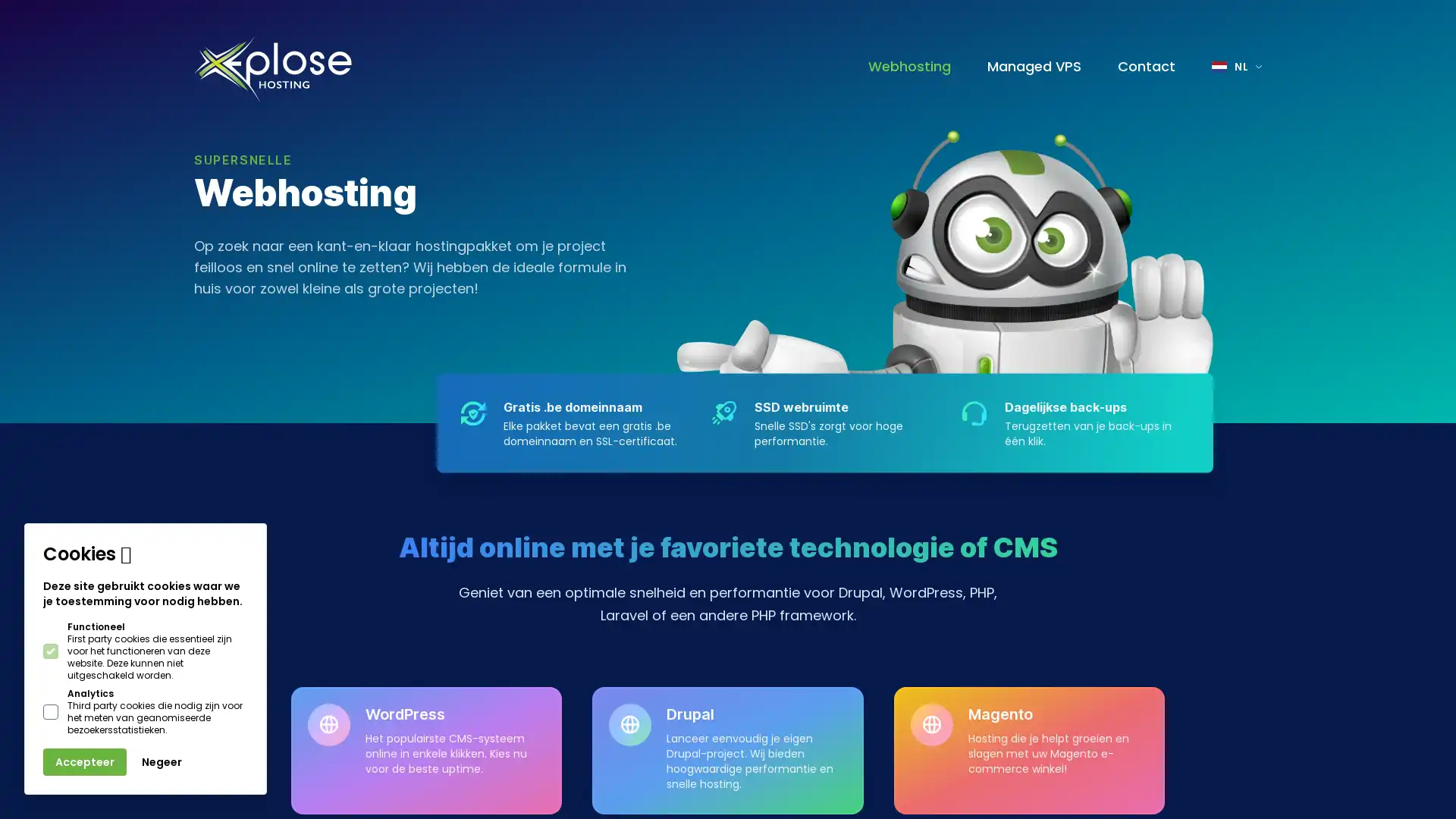 This screenshot has height=819, width=1456. What do you see at coordinates (162, 762) in the screenshot?
I see `Negeer` at bounding box center [162, 762].